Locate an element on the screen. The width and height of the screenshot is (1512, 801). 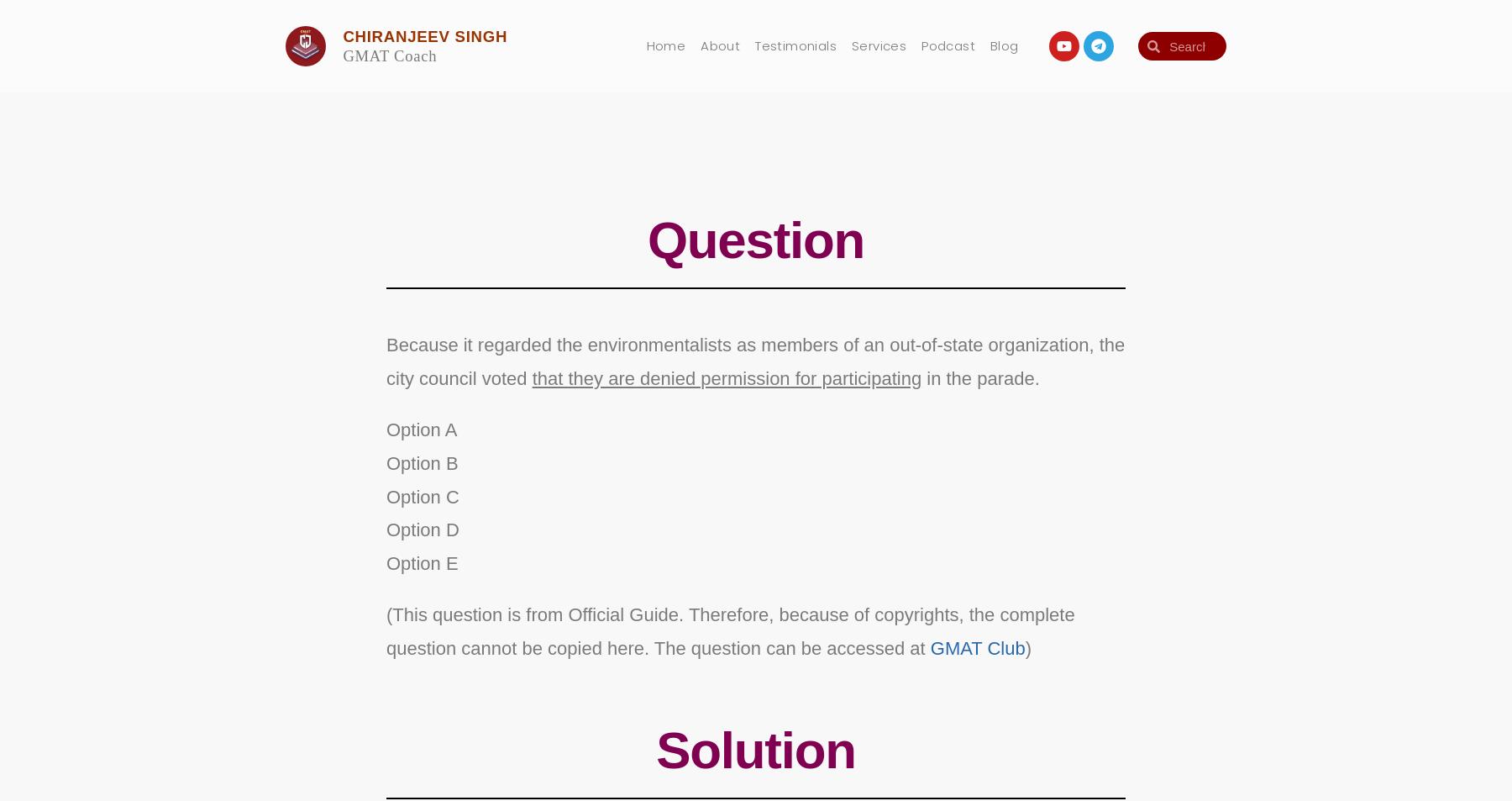
'Services' is located at coordinates (878, 45).